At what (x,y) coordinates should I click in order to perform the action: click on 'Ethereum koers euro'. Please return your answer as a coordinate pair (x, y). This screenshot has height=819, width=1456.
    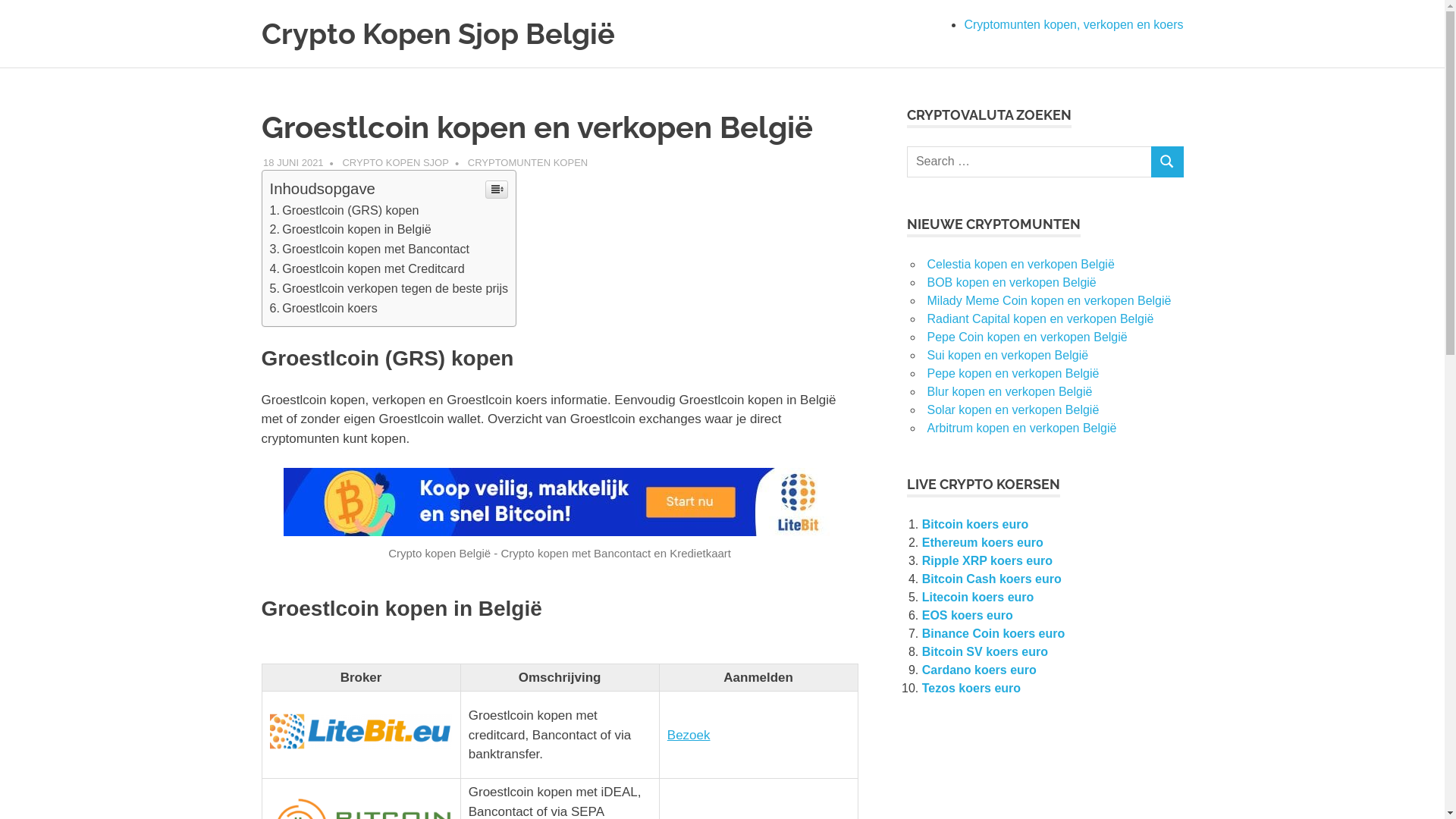
    Looking at the image, I should click on (983, 541).